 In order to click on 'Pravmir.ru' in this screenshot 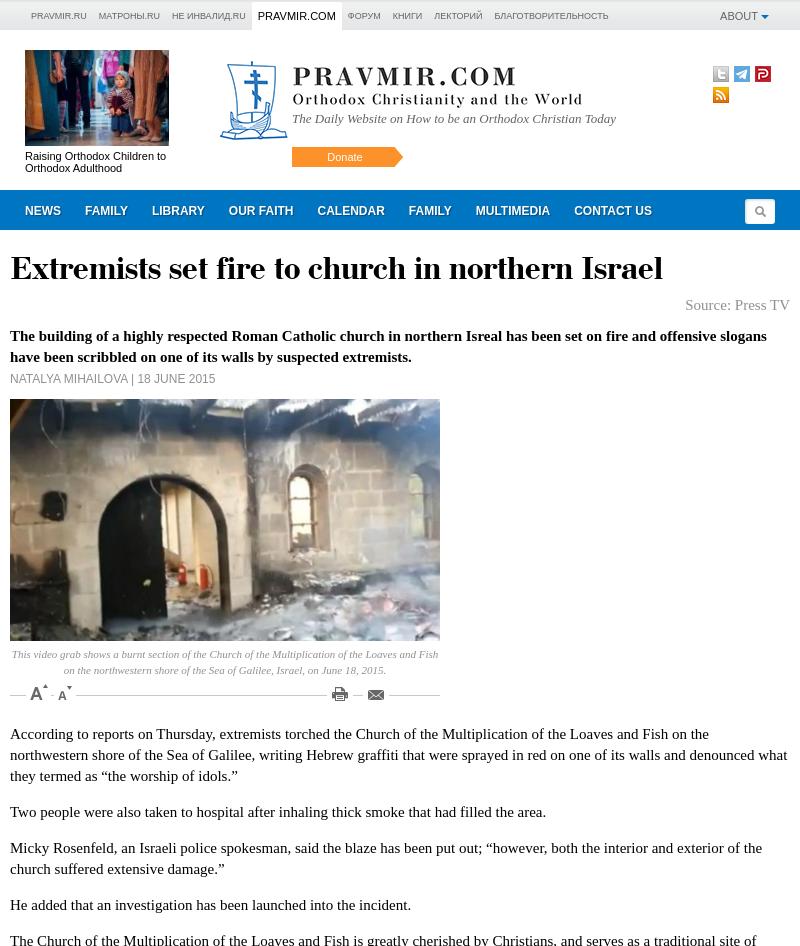, I will do `click(57, 15)`.